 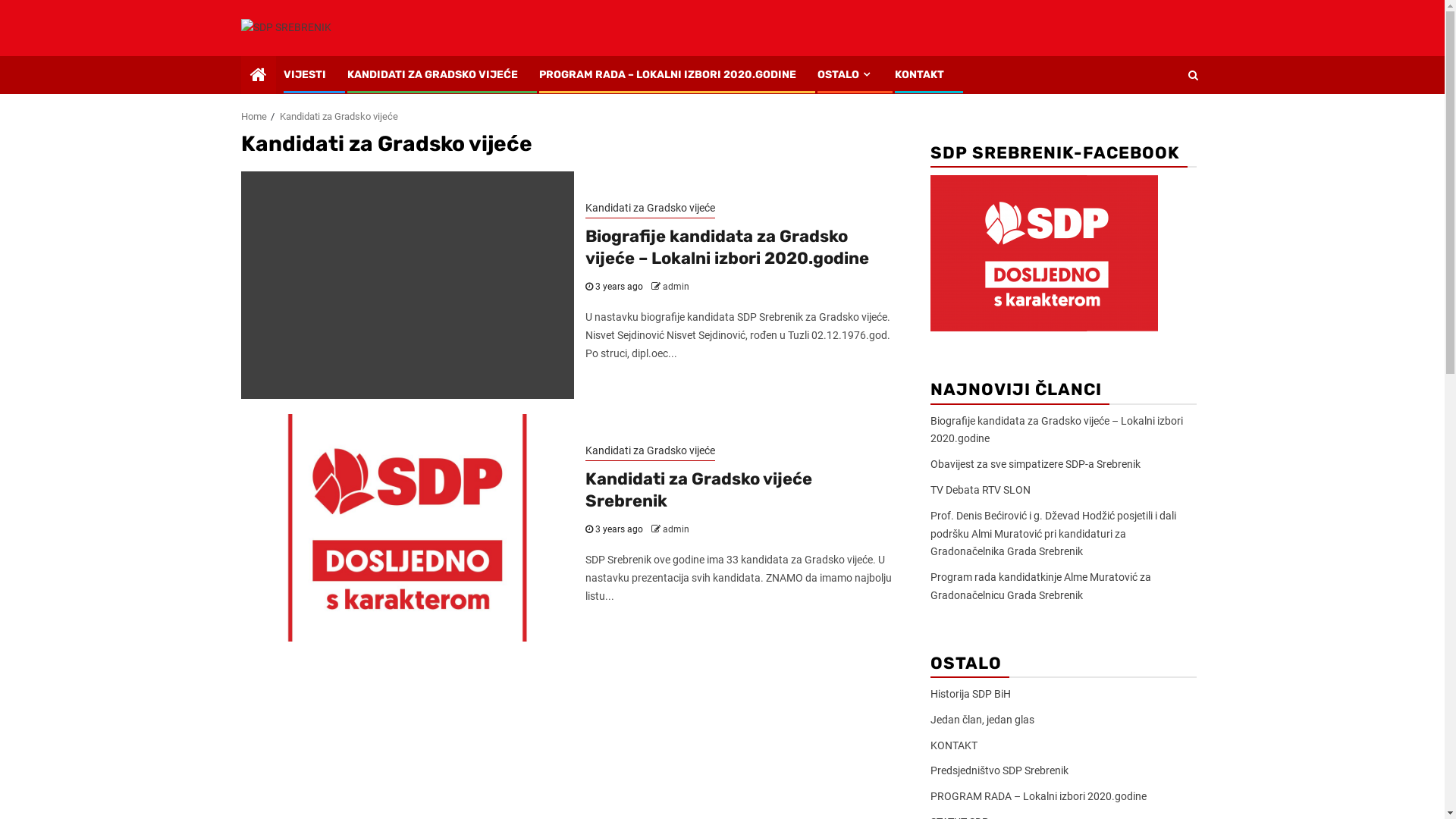 I want to click on 'TV Debata RTV SLON', so click(x=979, y=489).